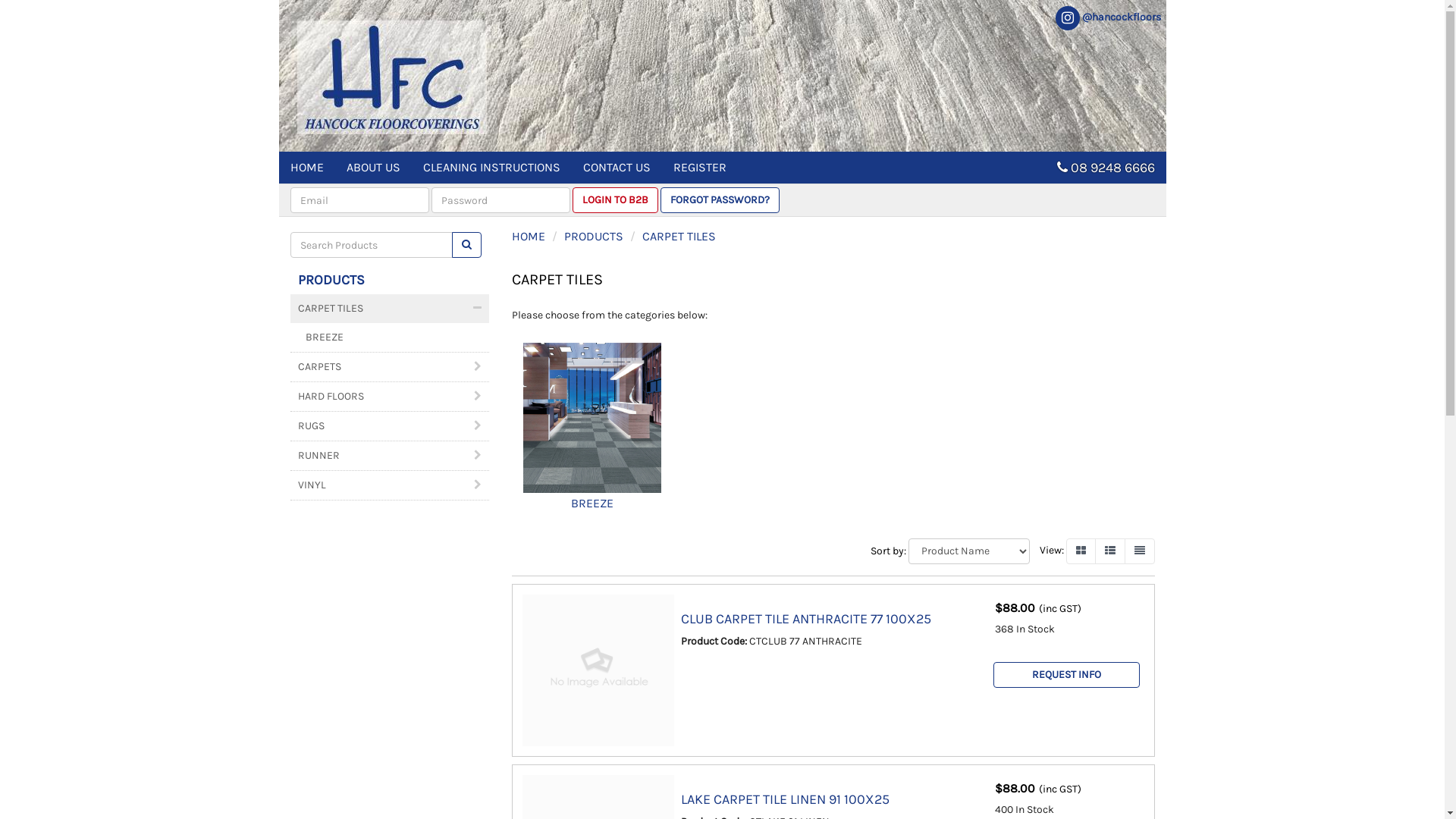  Describe the element at coordinates (389, 396) in the screenshot. I see `'HARD FLOORS'` at that location.